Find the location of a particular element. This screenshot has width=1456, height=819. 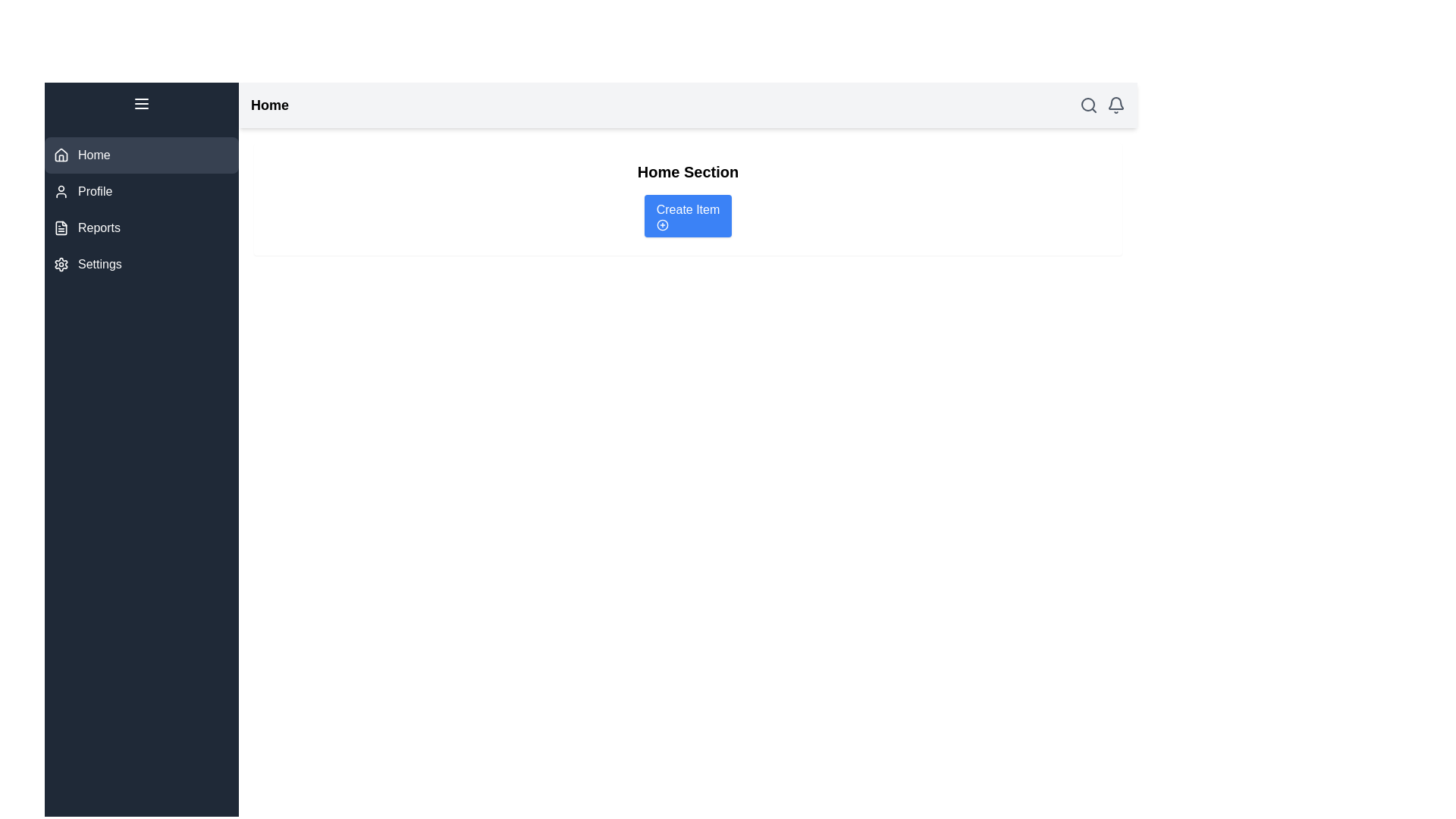

the 'Reports' icon in the sidebar navigation is located at coordinates (61, 227).